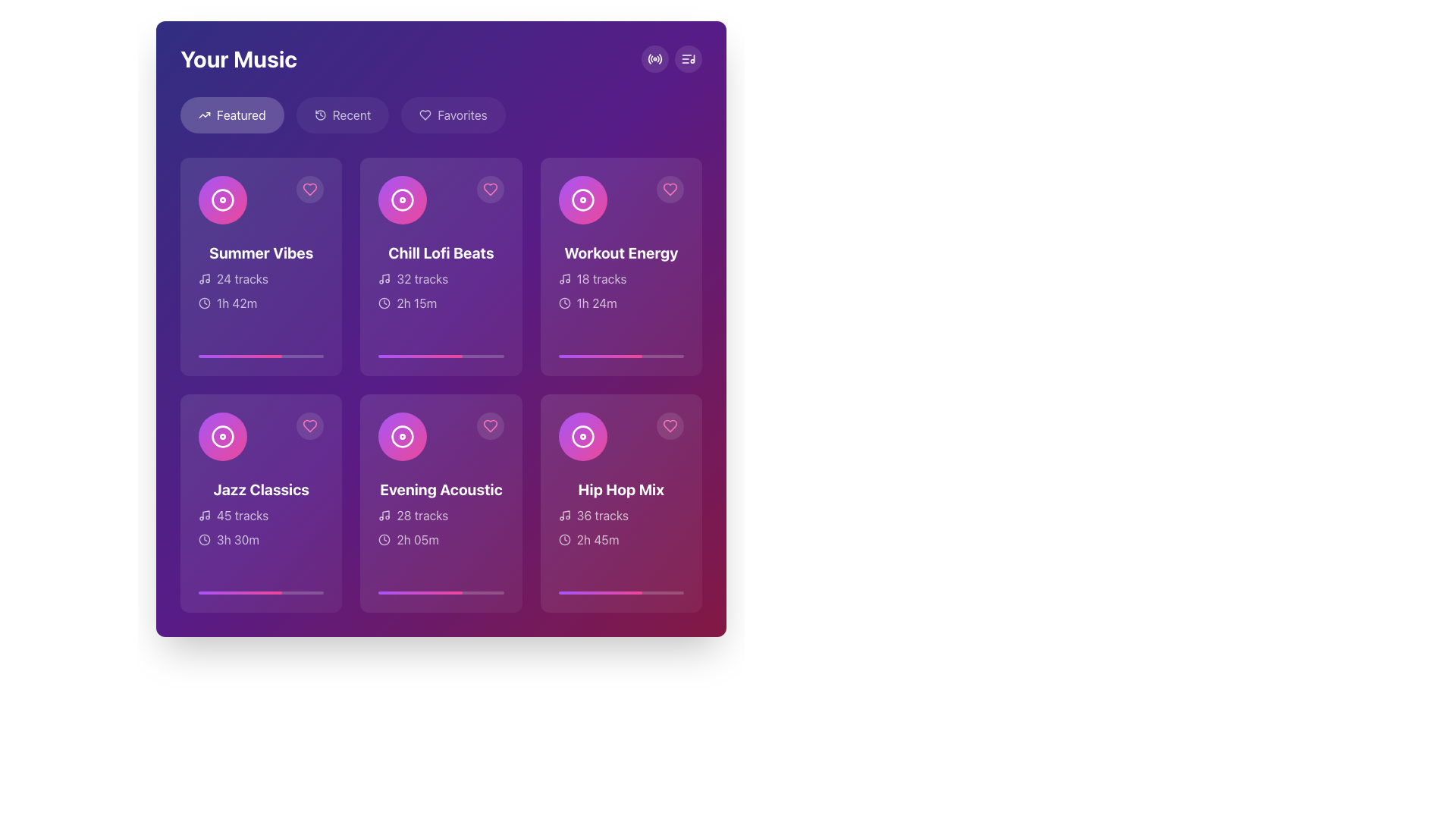  I want to click on the musical note icon located to the left of the text '28 tracks' within the 'Evening Acoustic' card in the second row, second column of the grid layout, so click(384, 514).